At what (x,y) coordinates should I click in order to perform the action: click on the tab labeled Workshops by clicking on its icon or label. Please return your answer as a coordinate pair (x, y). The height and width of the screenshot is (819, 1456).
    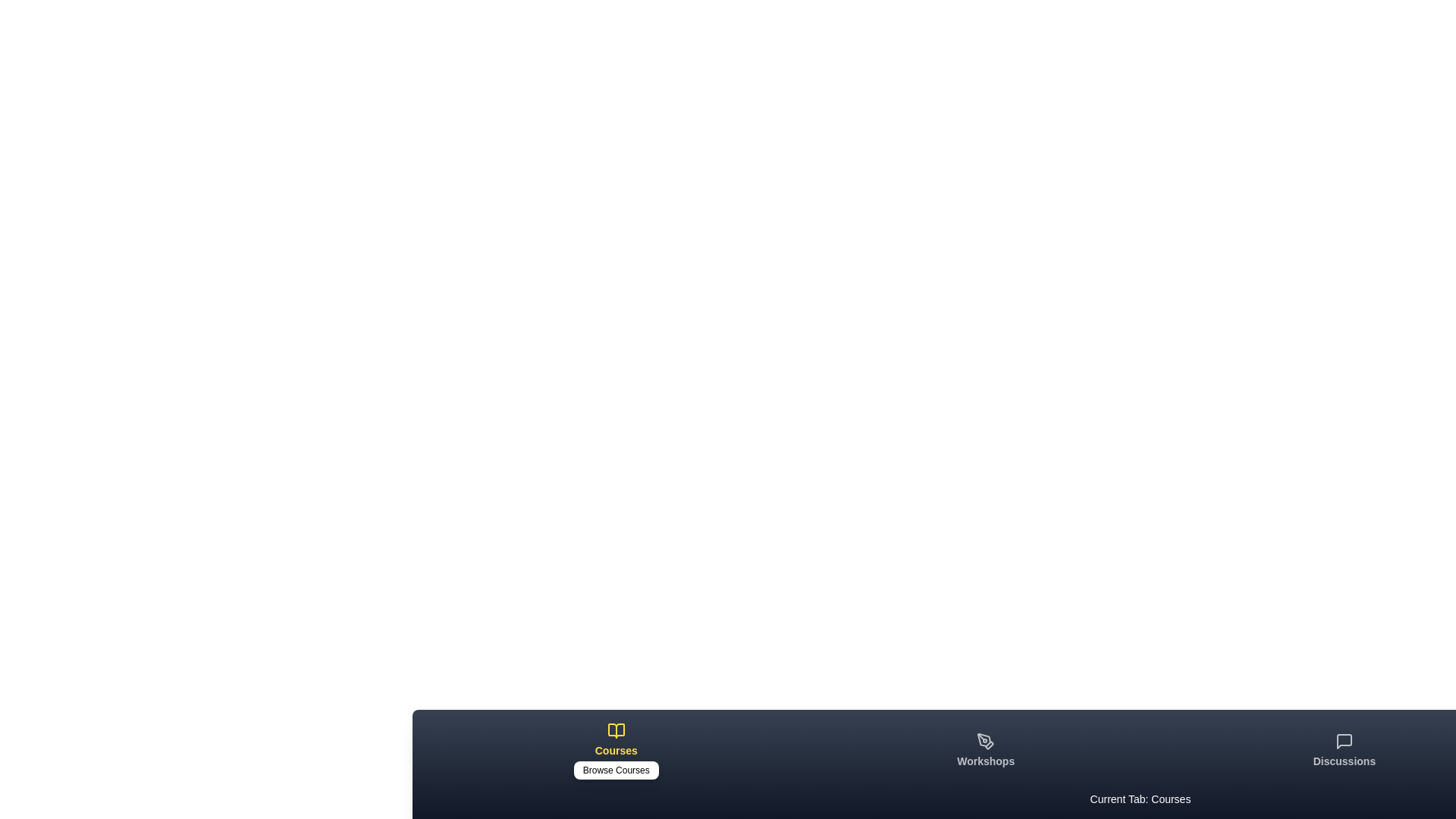
    Looking at the image, I should click on (986, 751).